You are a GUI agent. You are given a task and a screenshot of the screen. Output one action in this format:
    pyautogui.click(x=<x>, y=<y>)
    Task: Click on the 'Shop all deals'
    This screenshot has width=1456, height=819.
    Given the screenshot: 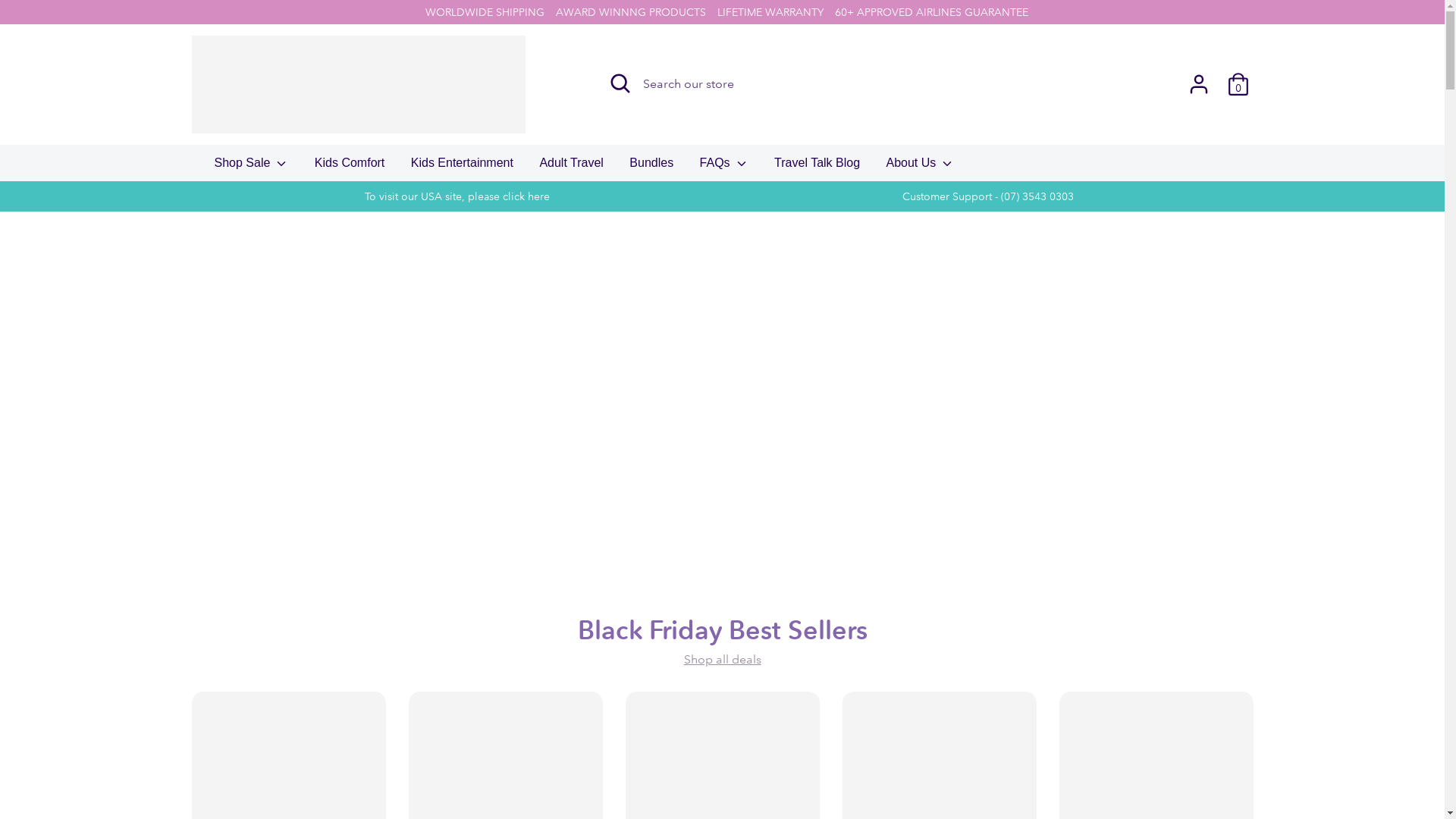 What is the action you would take?
    pyautogui.click(x=722, y=658)
    